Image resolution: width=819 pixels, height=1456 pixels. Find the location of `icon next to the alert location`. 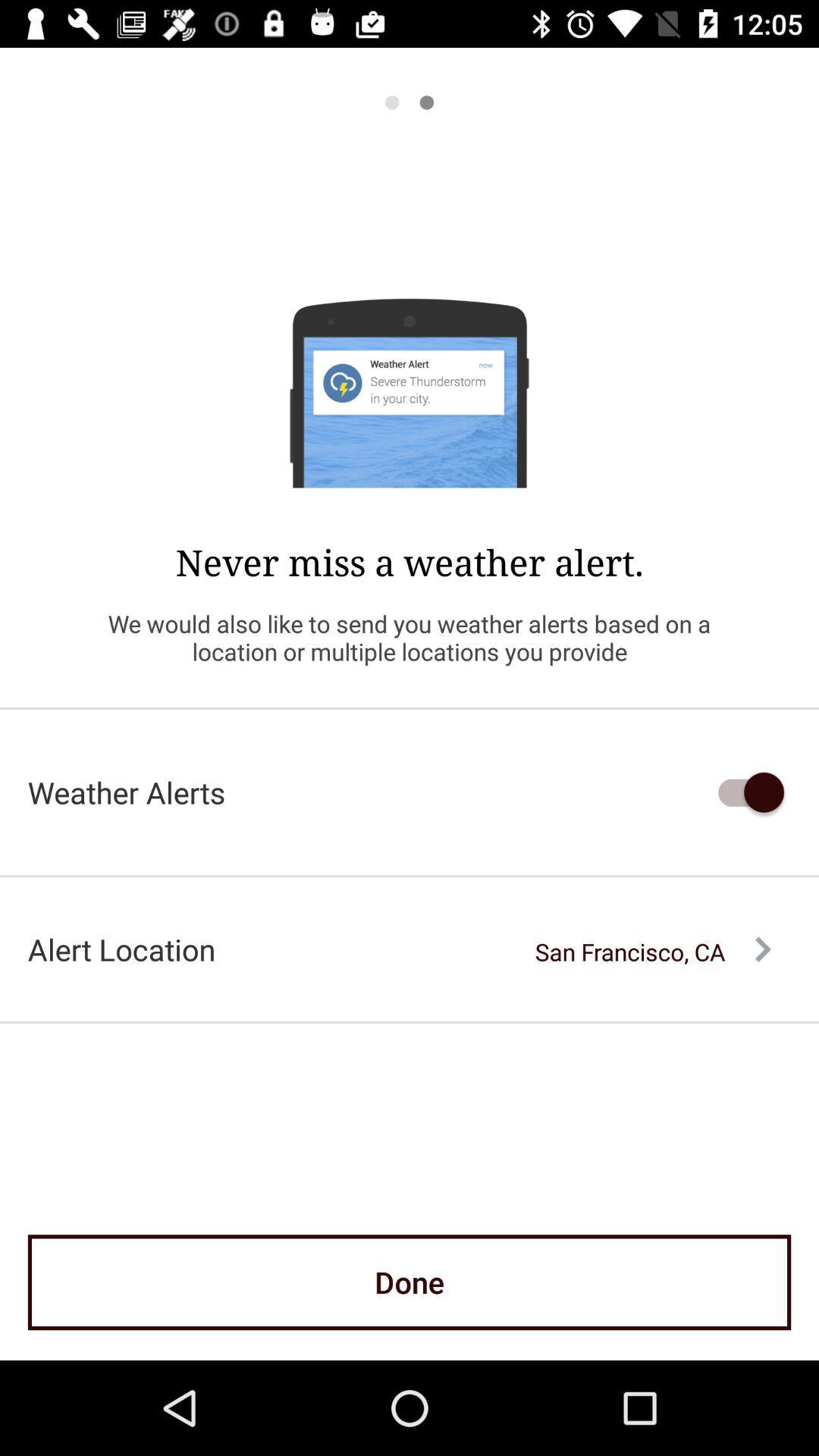

icon next to the alert location is located at coordinates (652, 951).